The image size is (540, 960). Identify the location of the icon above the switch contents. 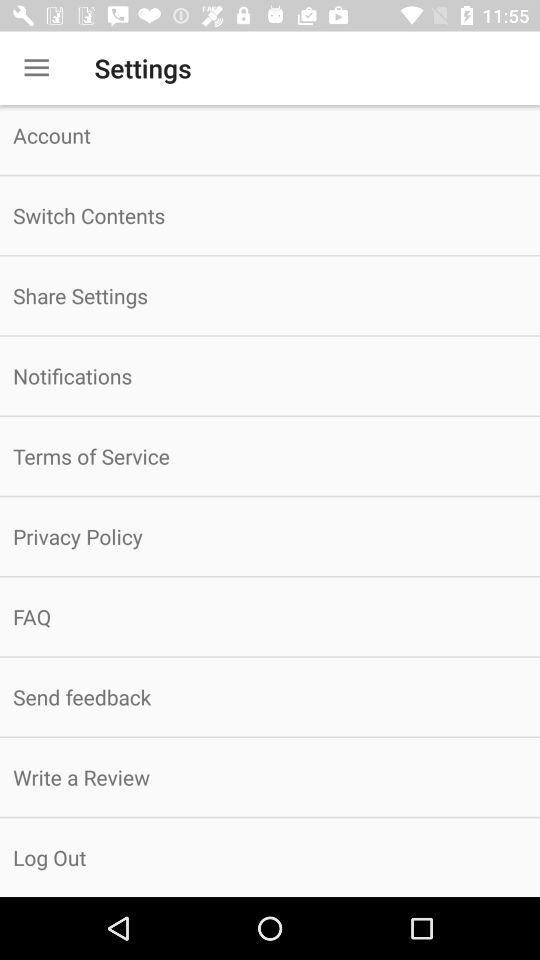
(270, 138).